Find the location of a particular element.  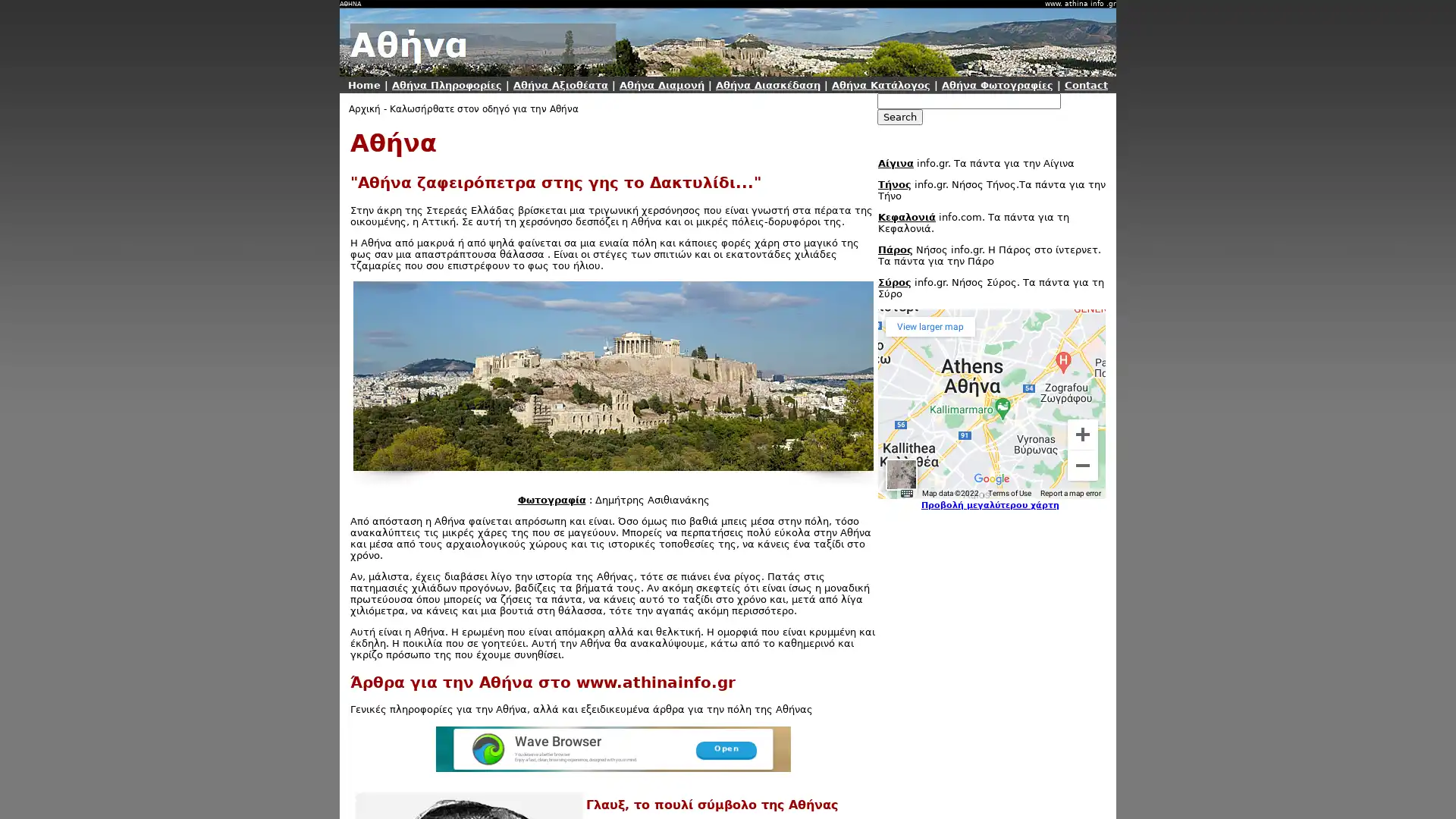

Search is located at coordinates (899, 116).